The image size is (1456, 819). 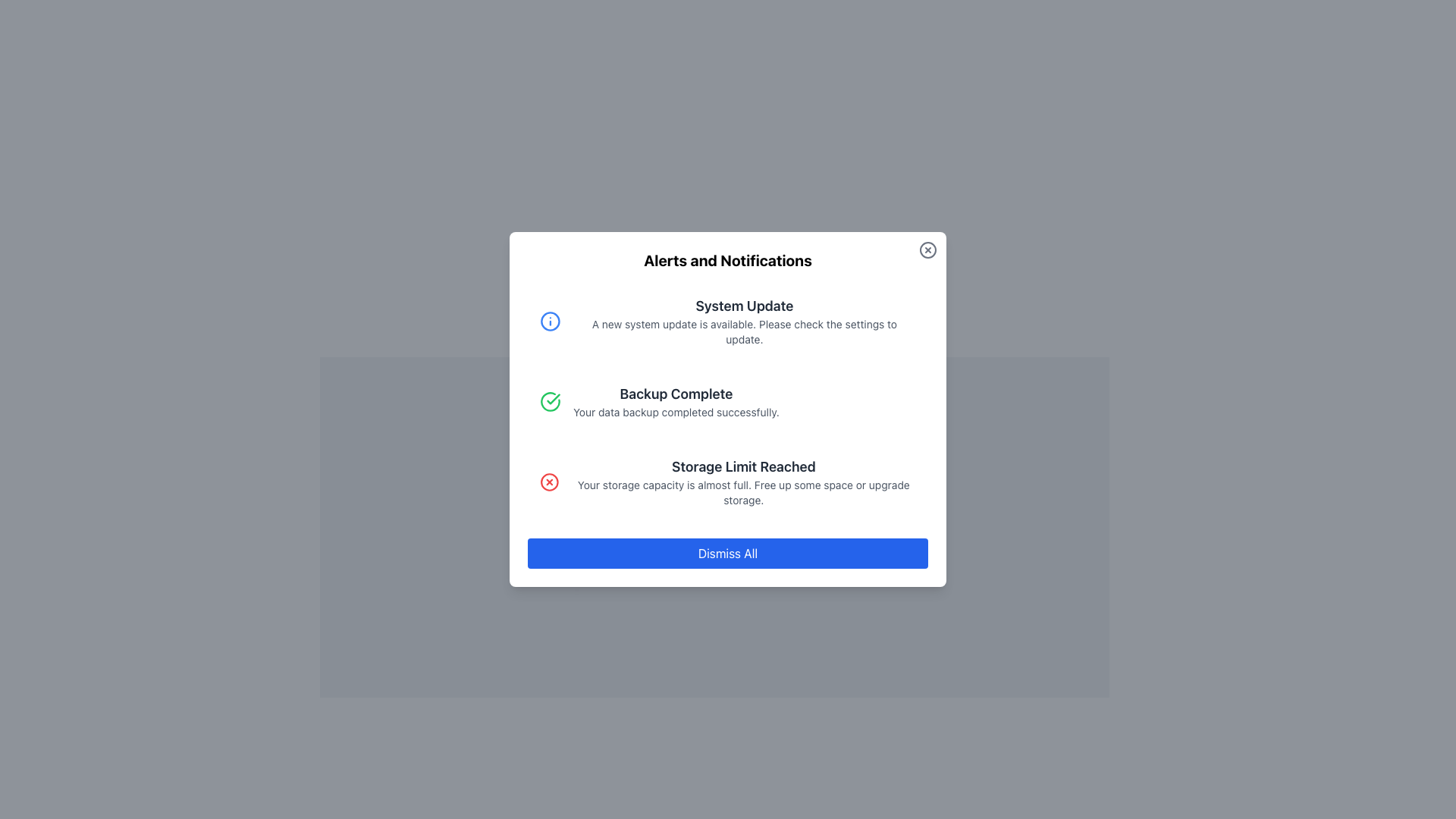 I want to click on the close button located at the top-right corner of the notification modal, which is positioned above the header text 'Alerts and Notifications', so click(x=927, y=249).